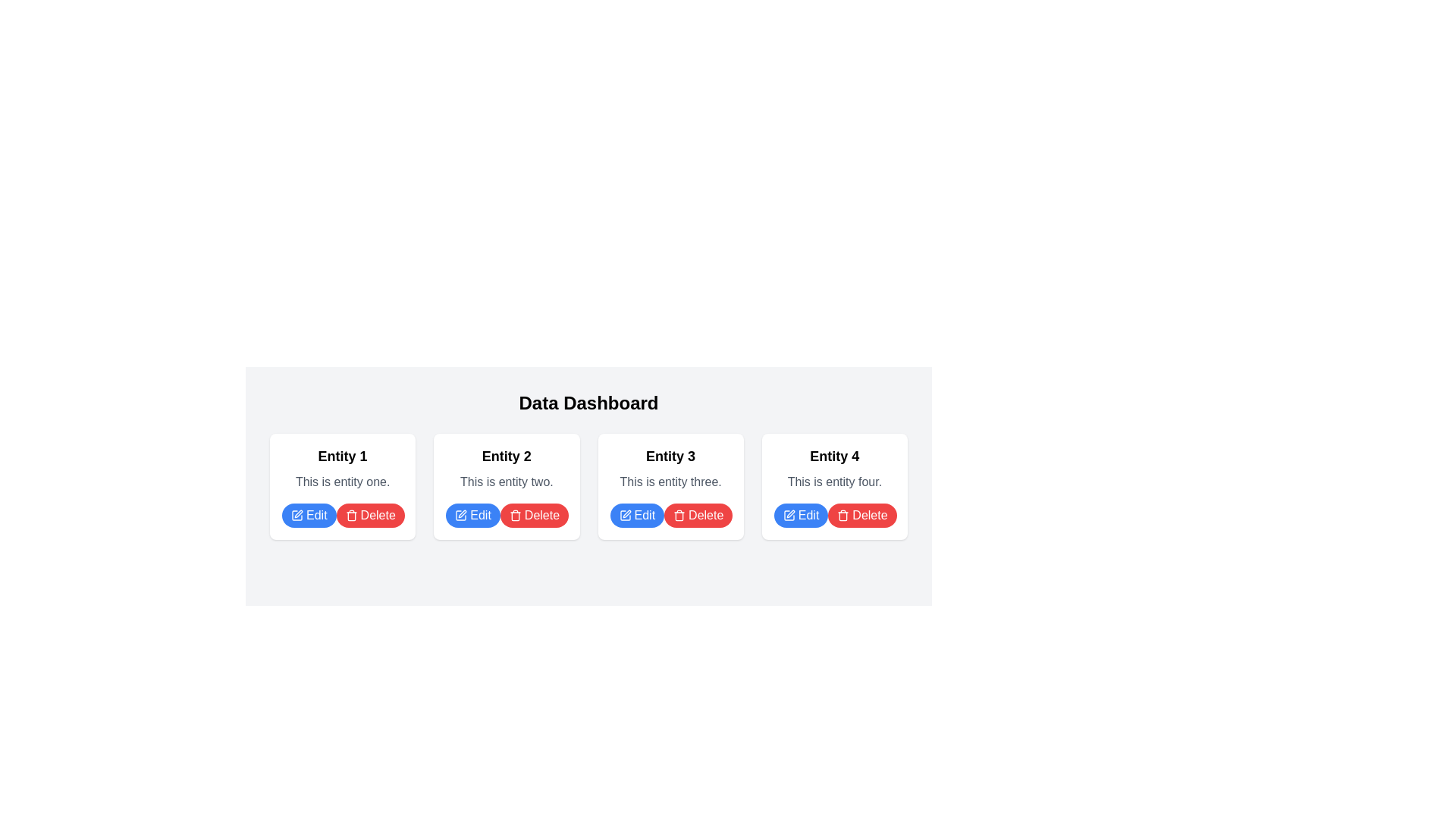  I want to click on the 'Delete' button in the Action button group located at the bottom of the 'Entity 1' card to initiate deletion of the item, so click(342, 514).